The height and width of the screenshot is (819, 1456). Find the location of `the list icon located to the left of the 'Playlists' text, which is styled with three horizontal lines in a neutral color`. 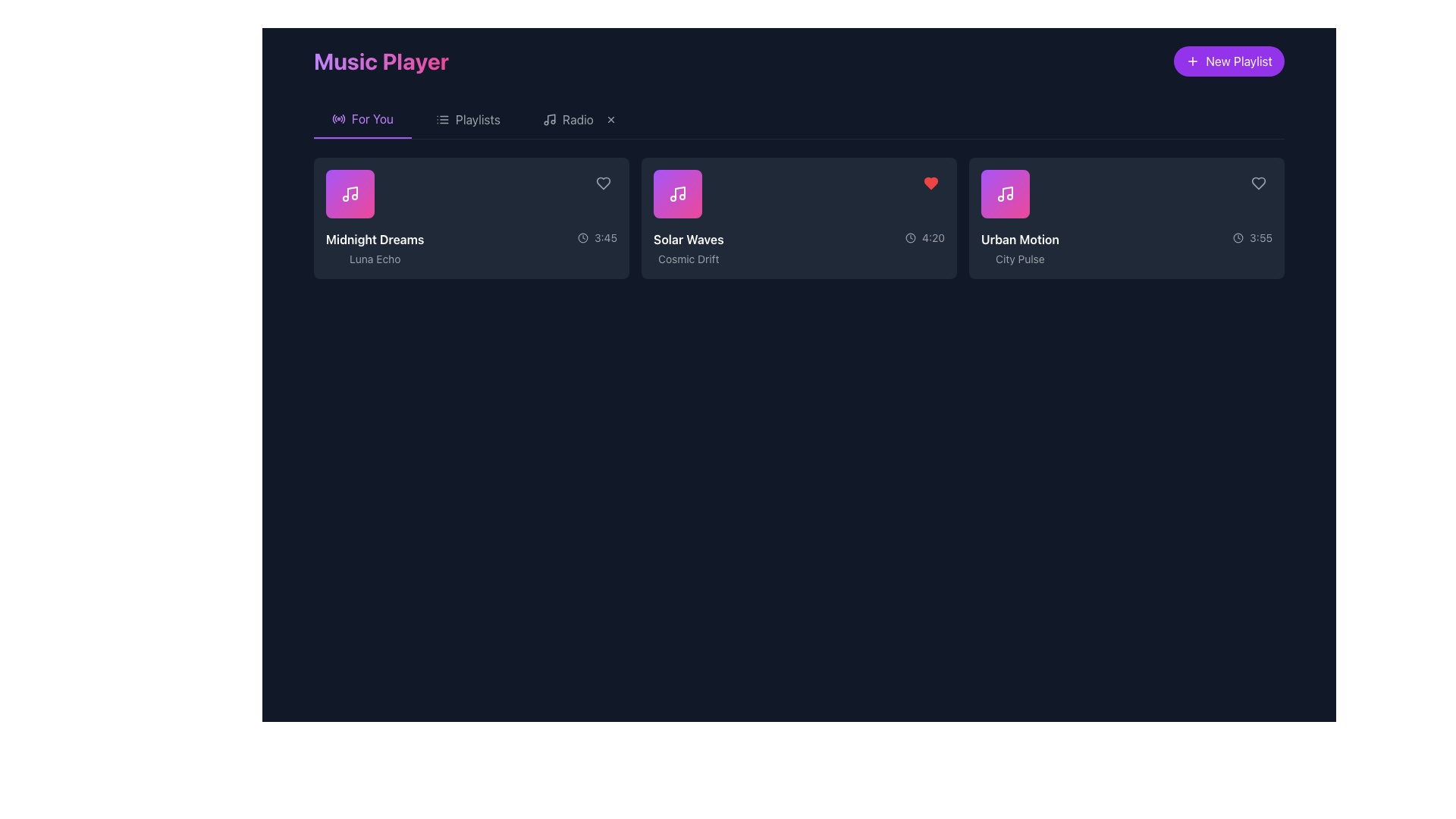

the list icon located to the left of the 'Playlists' text, which is styled with three horizontal lines in a neutral color is located at coordinates (442, 119).